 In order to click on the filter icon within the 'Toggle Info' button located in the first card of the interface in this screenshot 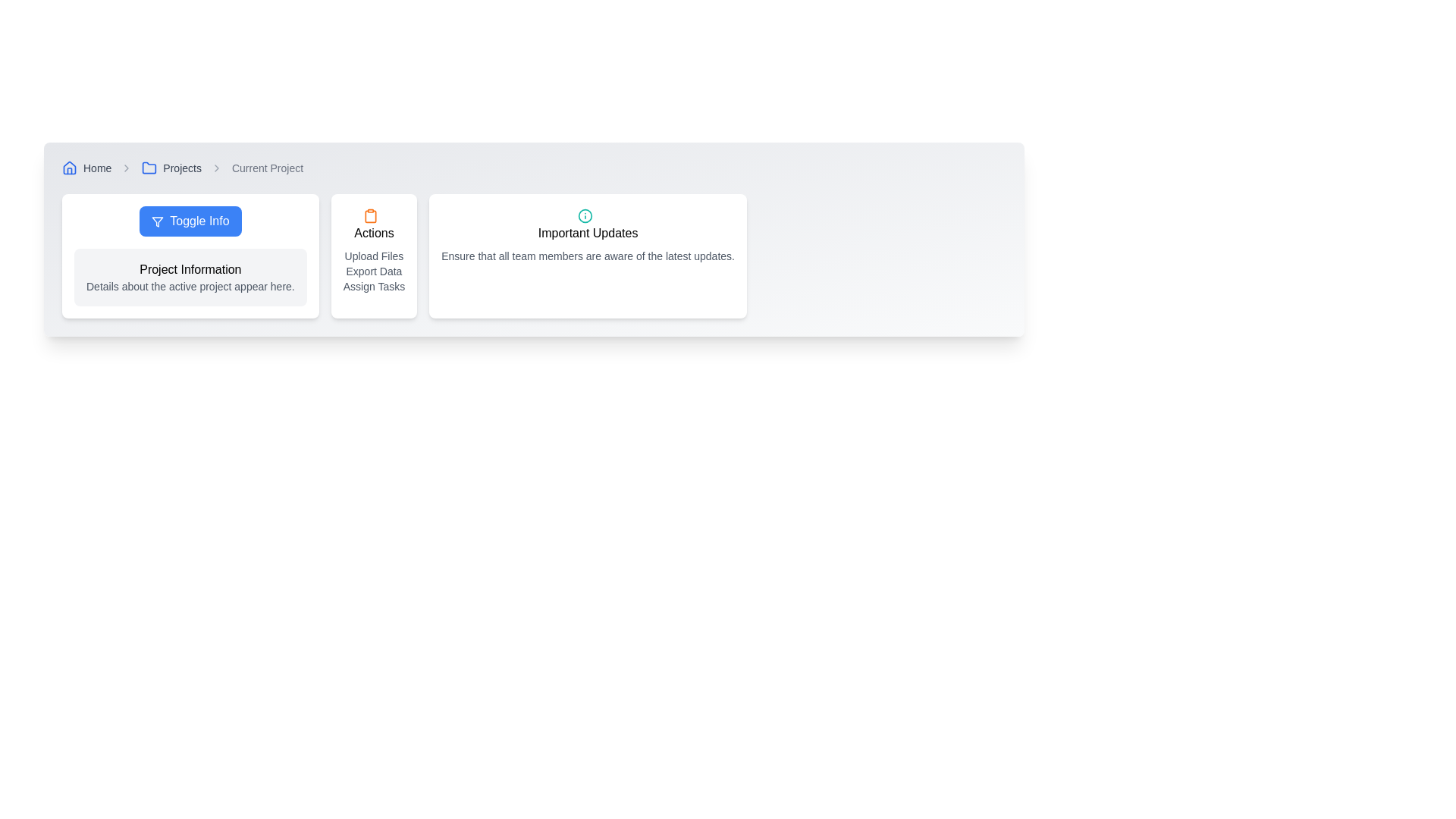, I will do `click(158, 221)`.